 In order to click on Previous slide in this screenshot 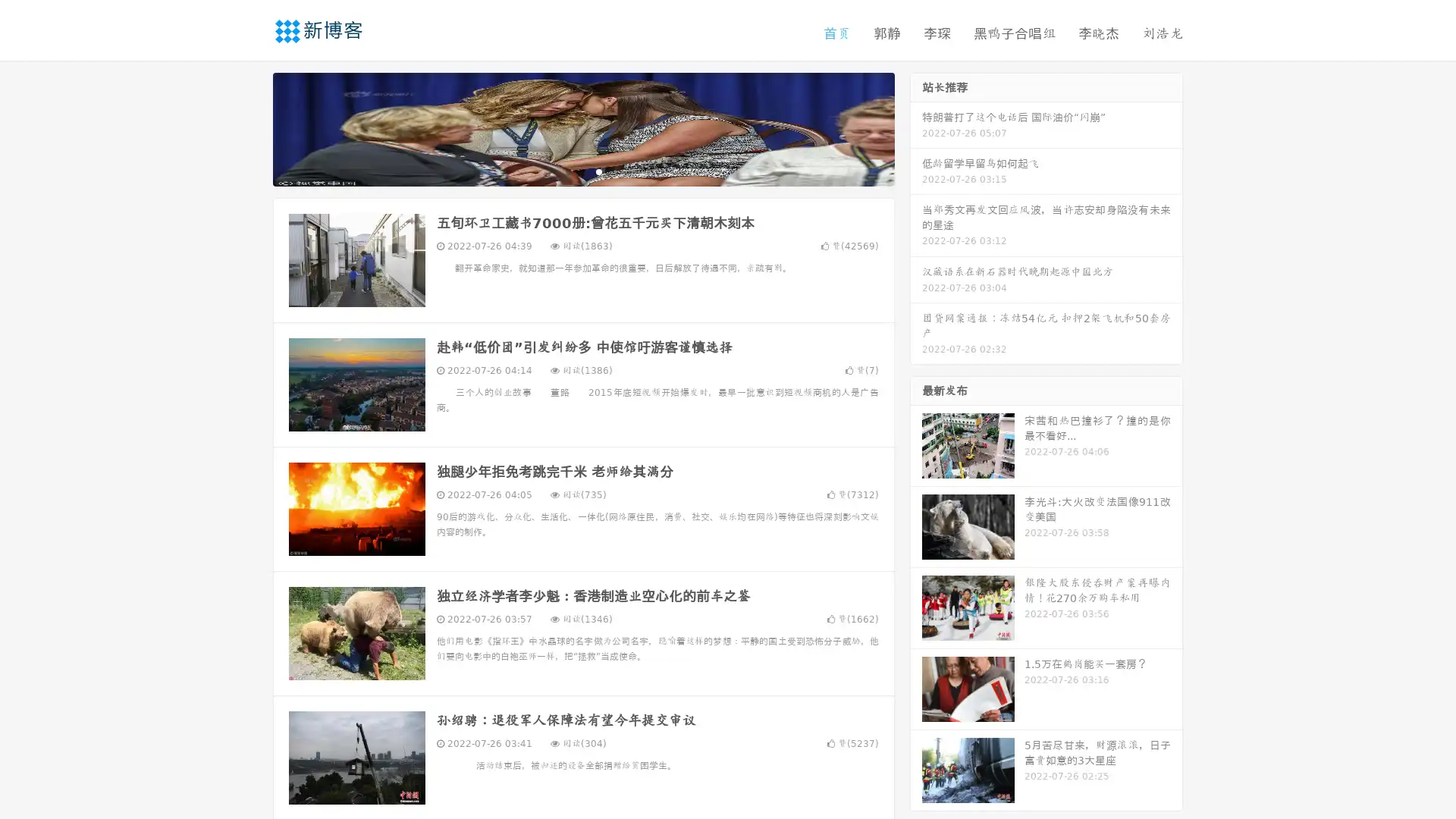, I will do `click(250, 127)`.